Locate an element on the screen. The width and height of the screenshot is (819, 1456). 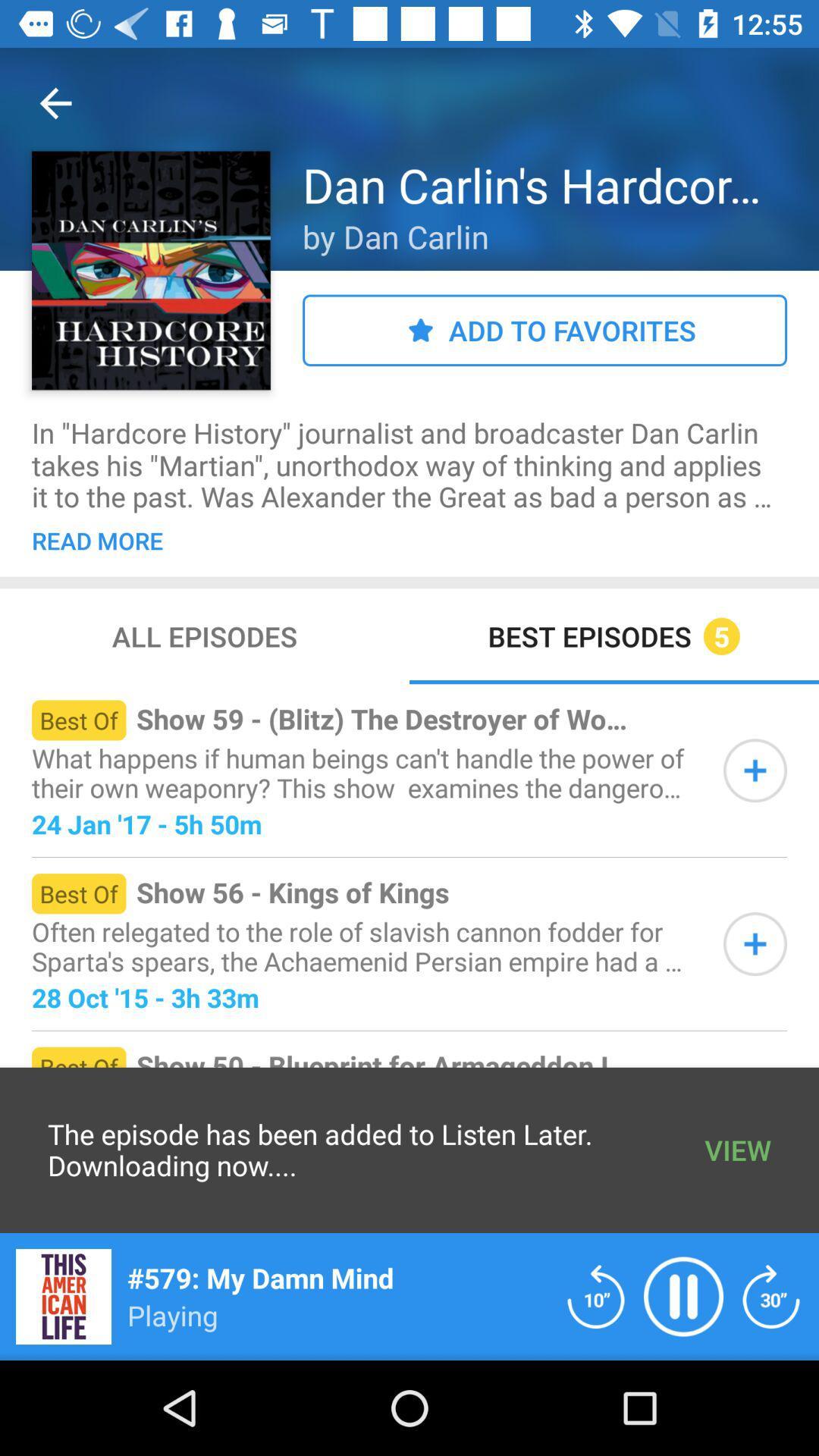
the av_rewind icon is located at coordinates (595, 1295).